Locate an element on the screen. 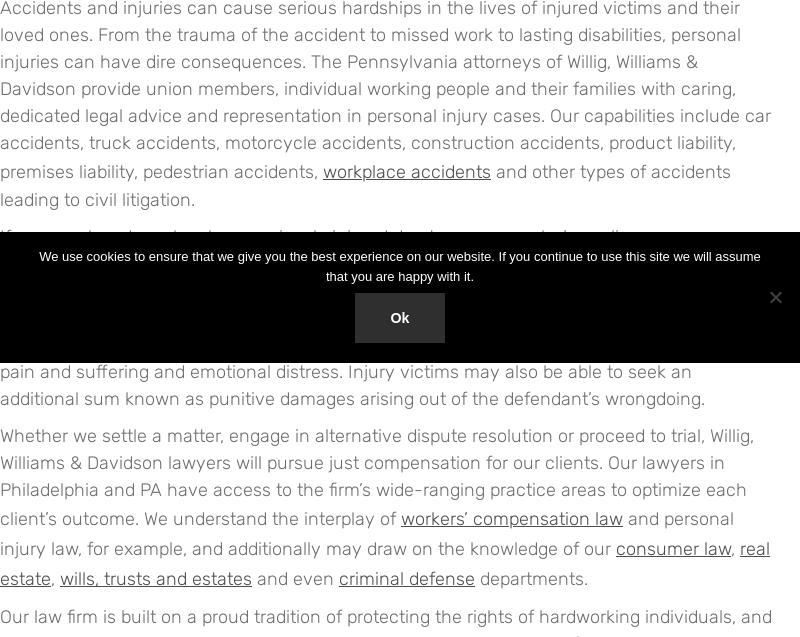 The image size is (800, 637). 'workers’ compensation law' is located at coordinates (400, 518).